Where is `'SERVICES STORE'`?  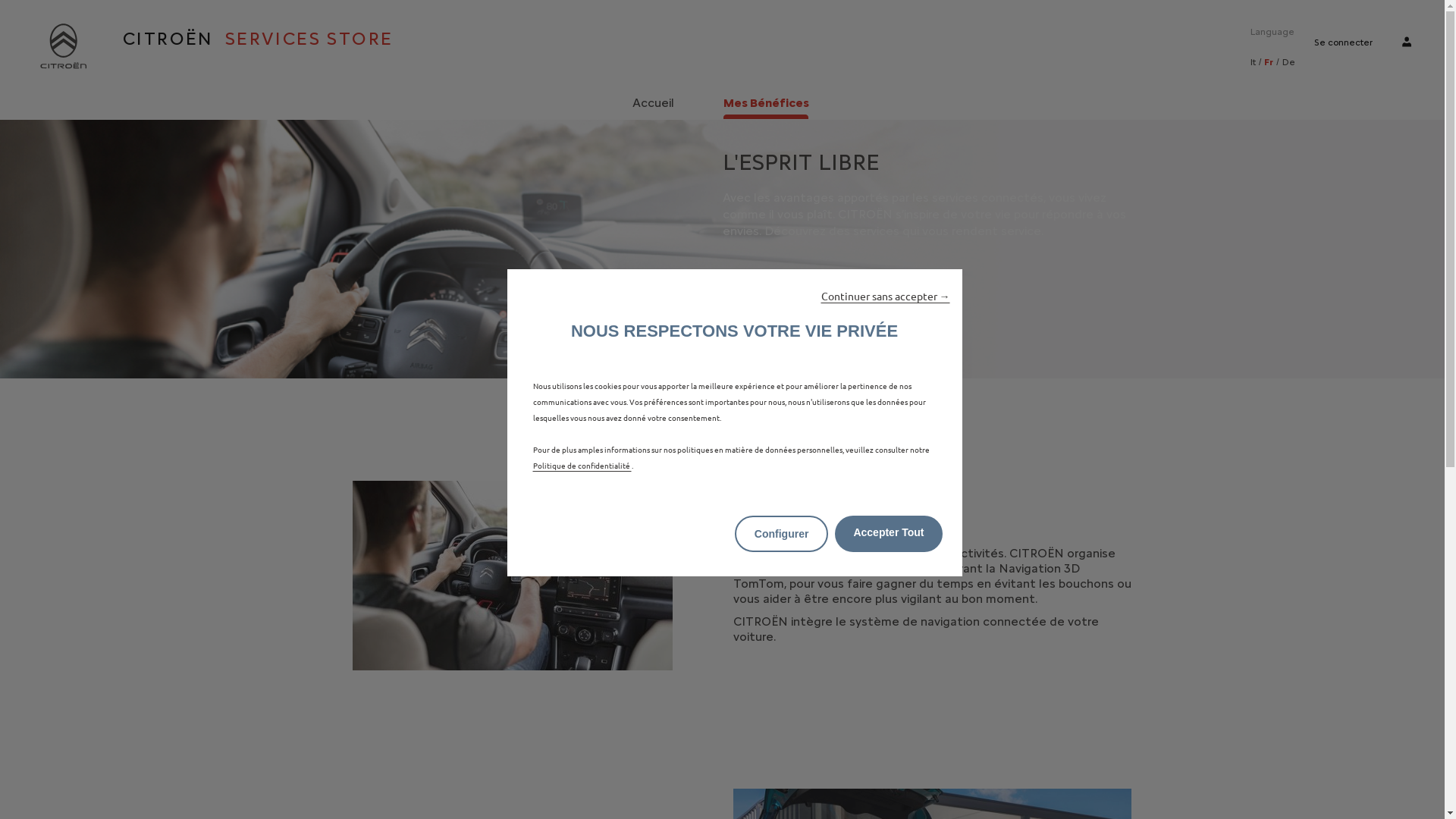
'SERVICES STORE' is located at coordinates (213, 37).